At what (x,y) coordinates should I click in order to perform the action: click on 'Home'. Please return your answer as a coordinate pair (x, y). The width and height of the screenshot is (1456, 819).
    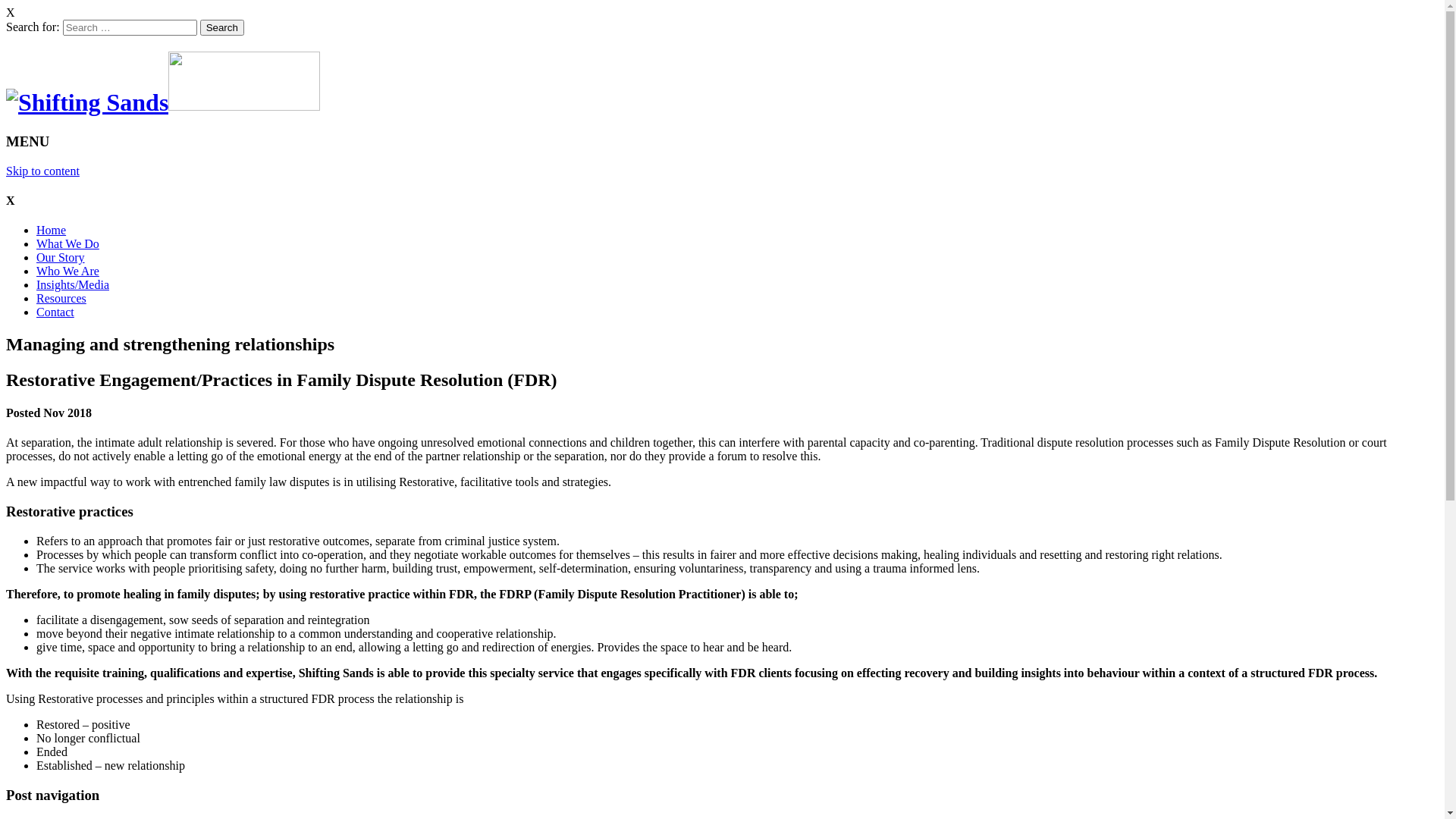
    Looking at the image, I should click on (51, 230).